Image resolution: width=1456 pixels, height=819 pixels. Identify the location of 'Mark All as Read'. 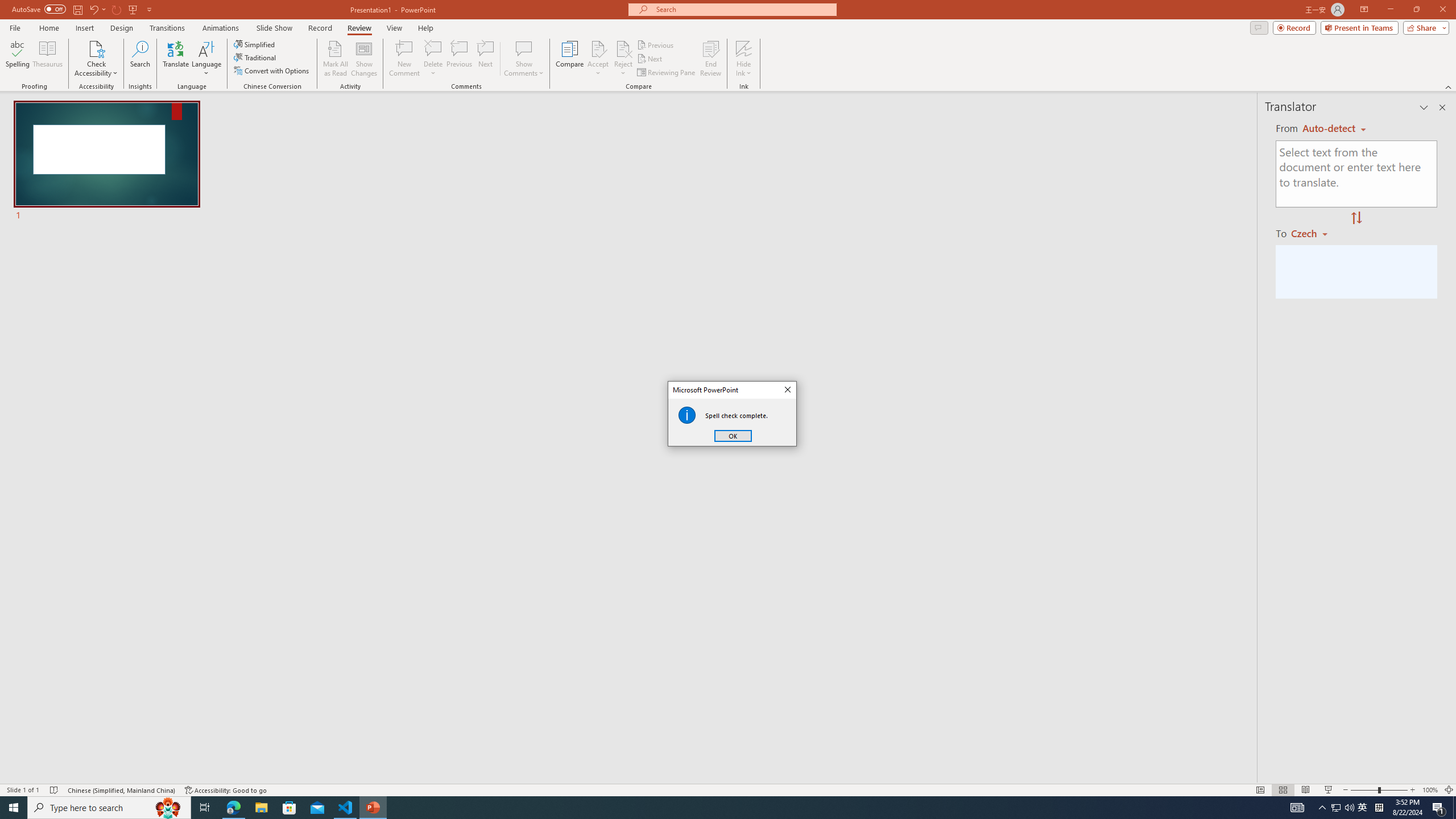
(336, 59).